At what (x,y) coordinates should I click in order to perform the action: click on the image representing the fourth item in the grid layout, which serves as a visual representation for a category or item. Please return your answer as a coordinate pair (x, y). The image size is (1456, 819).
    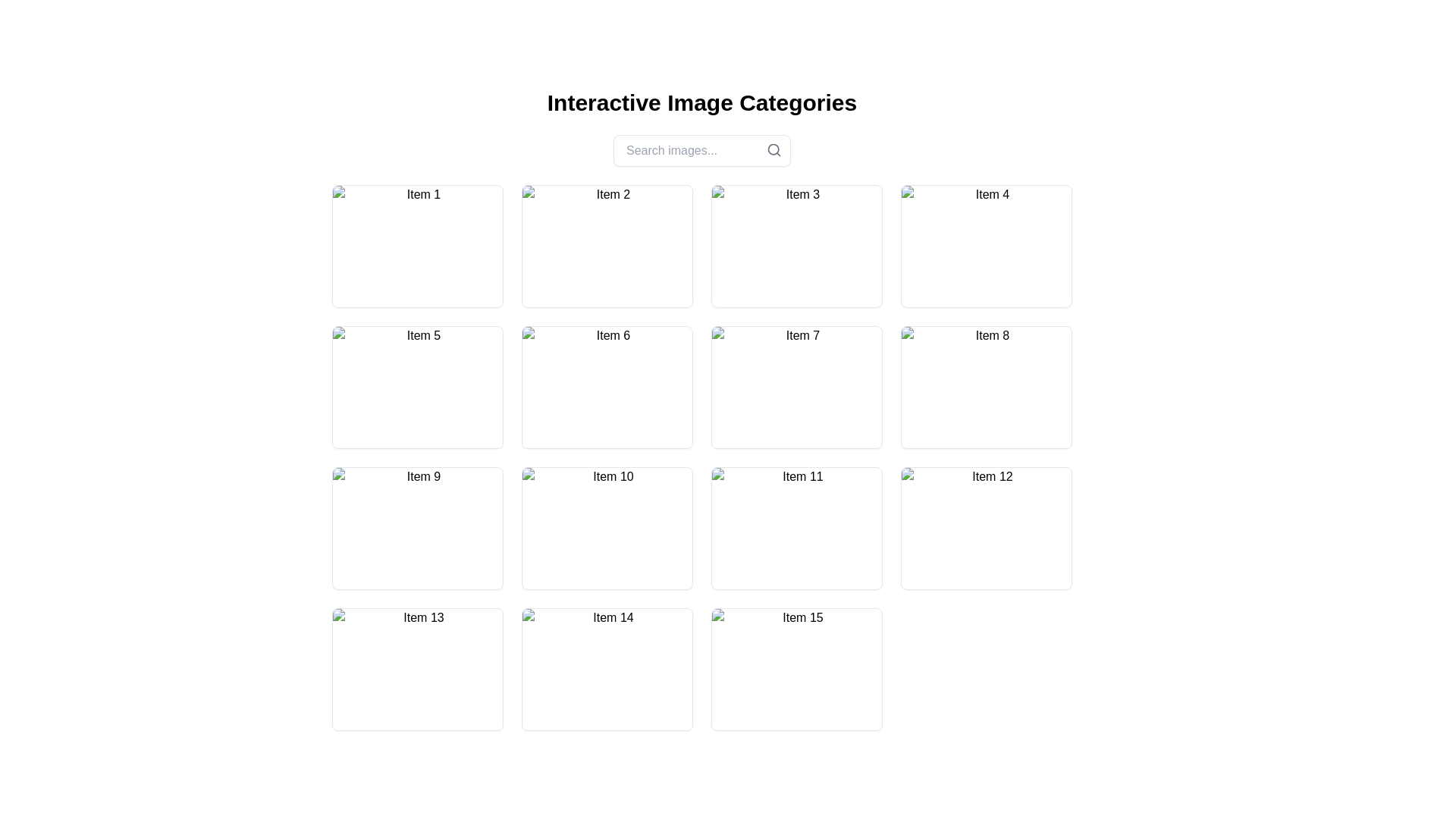
    Looking at the image, I should click on (986, 245).